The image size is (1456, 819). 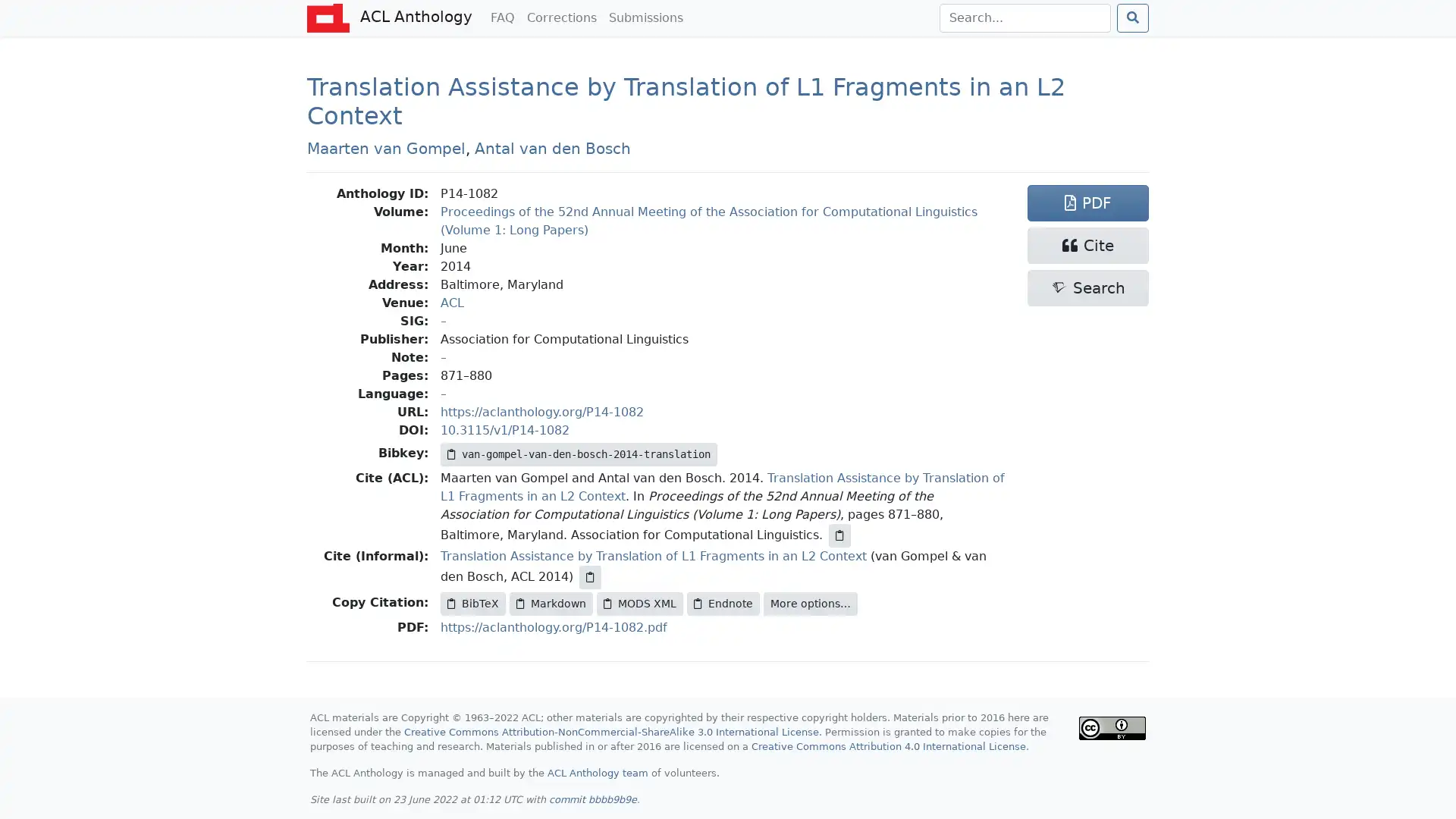 What do you see at coordinates (810, 602) in the screenshot?
I see `More options...` at bounding box center [810, 602].